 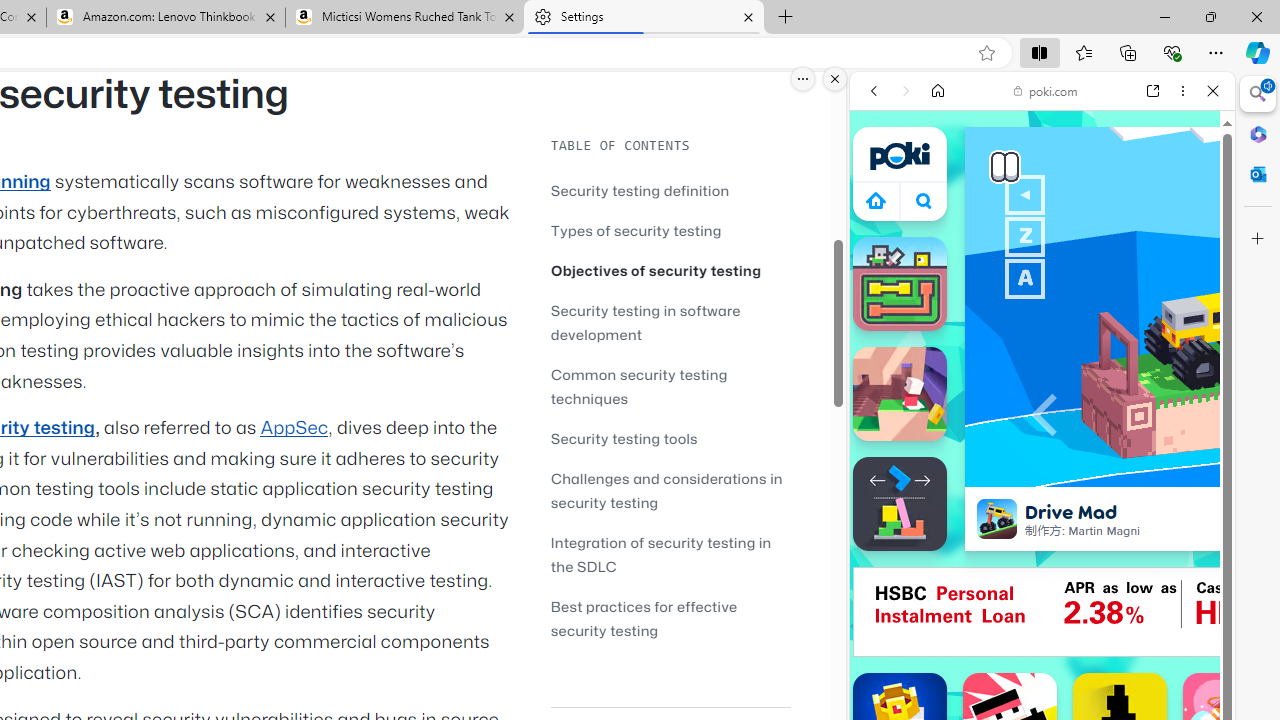 I want to click on 'Integration of security testing in the SDLC', so click(x=661, y=554).